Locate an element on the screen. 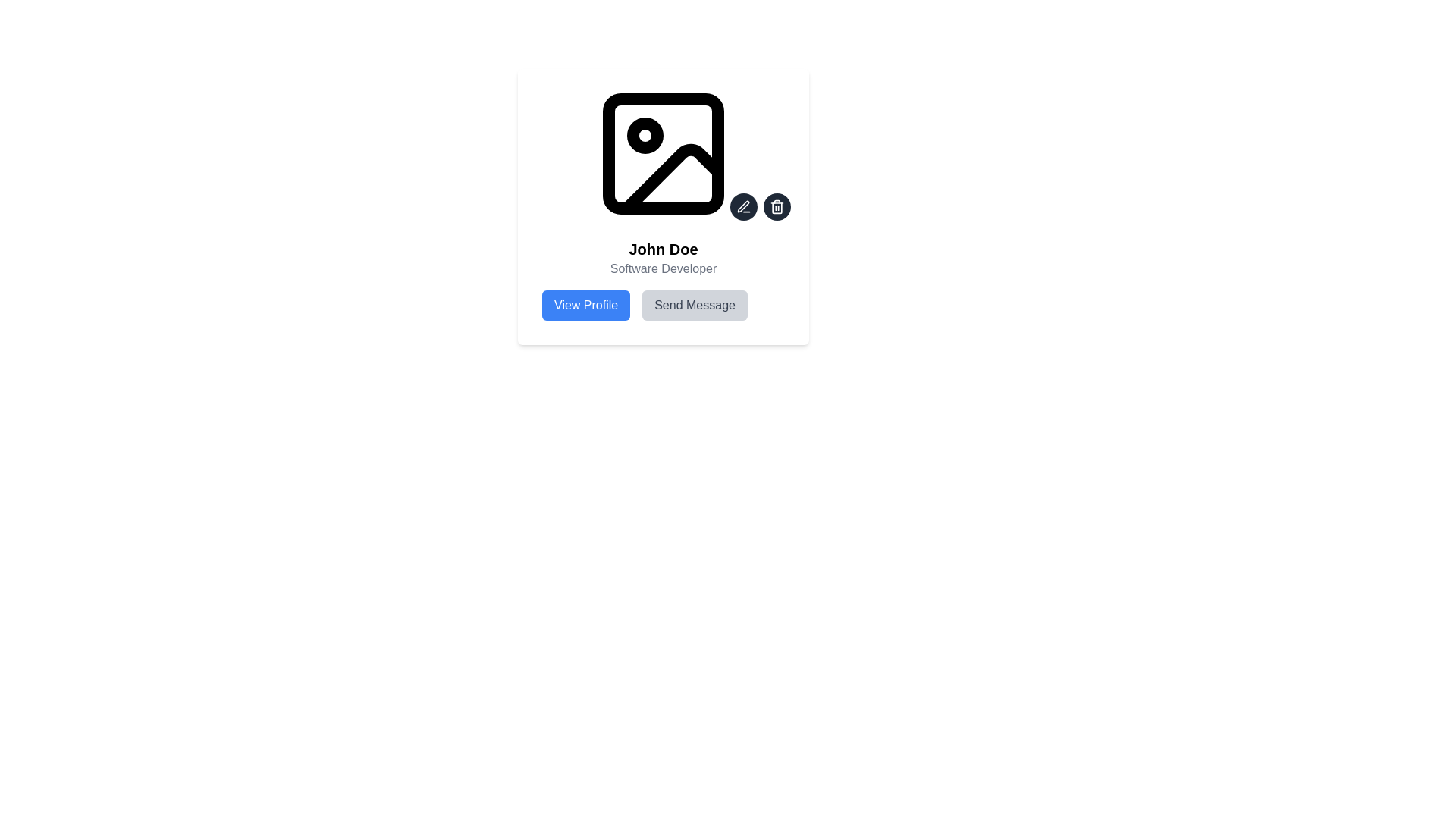 This screenshot has width=1456, height=819. the text label reading 'Software Developer', which is styled in light gray and positioned directly beneath the bold text 'John Doe' within the profile card layout is located at coordinates (663, 268).